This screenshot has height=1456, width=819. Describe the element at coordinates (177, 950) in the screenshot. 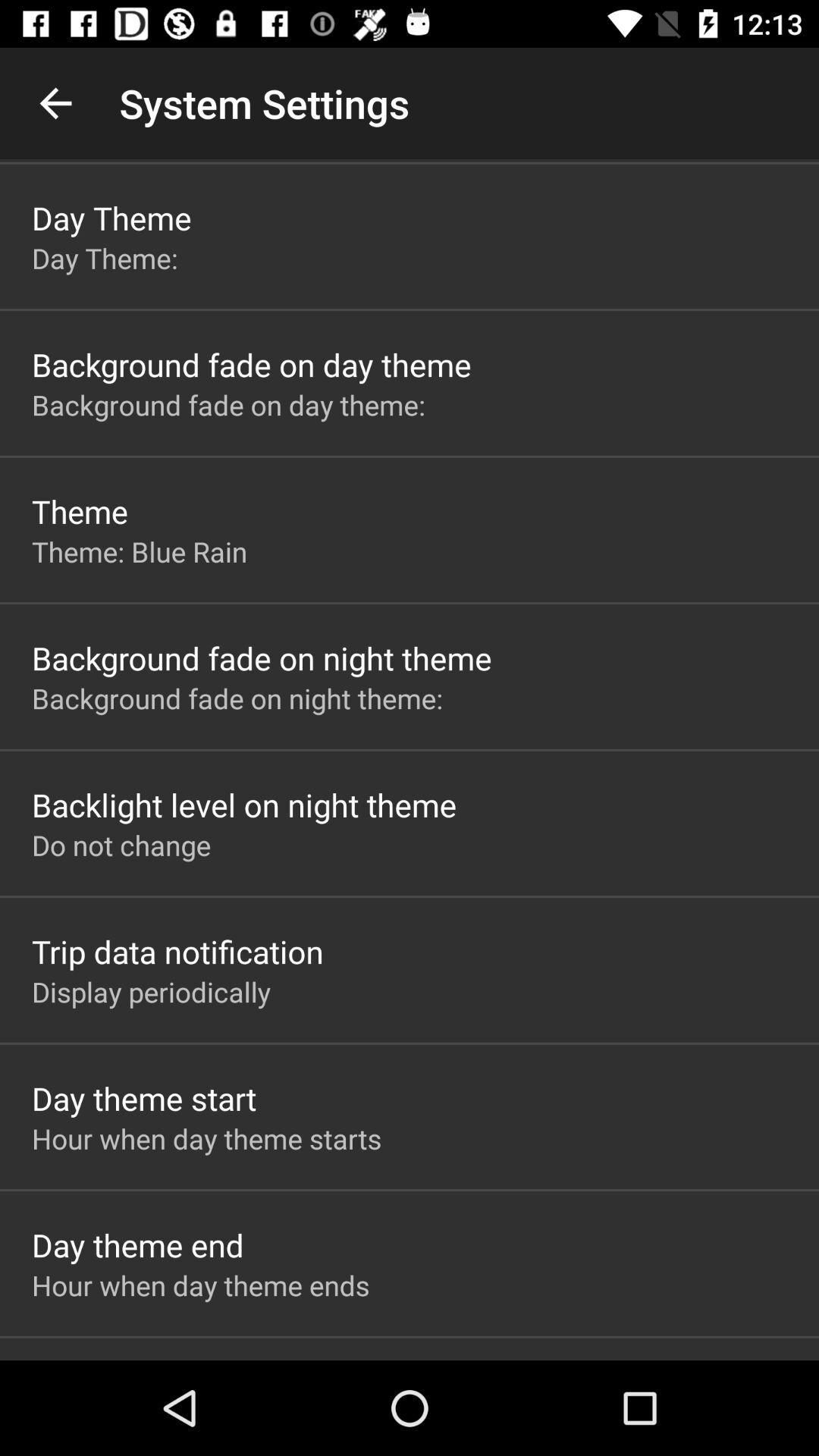

I see `icon below do not change icon` at that location.